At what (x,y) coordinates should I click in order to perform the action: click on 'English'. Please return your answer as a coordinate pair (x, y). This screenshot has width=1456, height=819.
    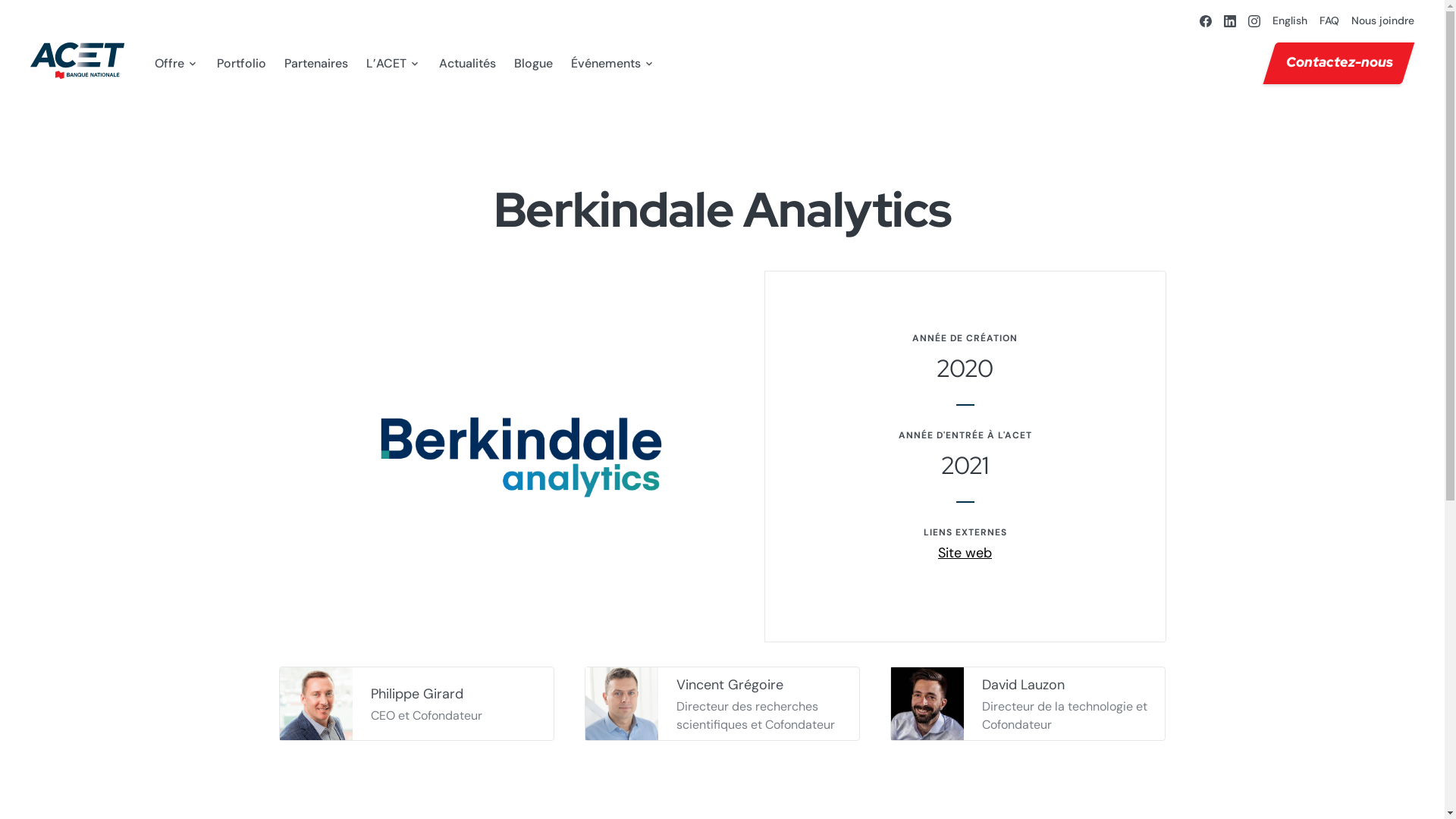
    Looking at the image, I should click on (1272, 20).